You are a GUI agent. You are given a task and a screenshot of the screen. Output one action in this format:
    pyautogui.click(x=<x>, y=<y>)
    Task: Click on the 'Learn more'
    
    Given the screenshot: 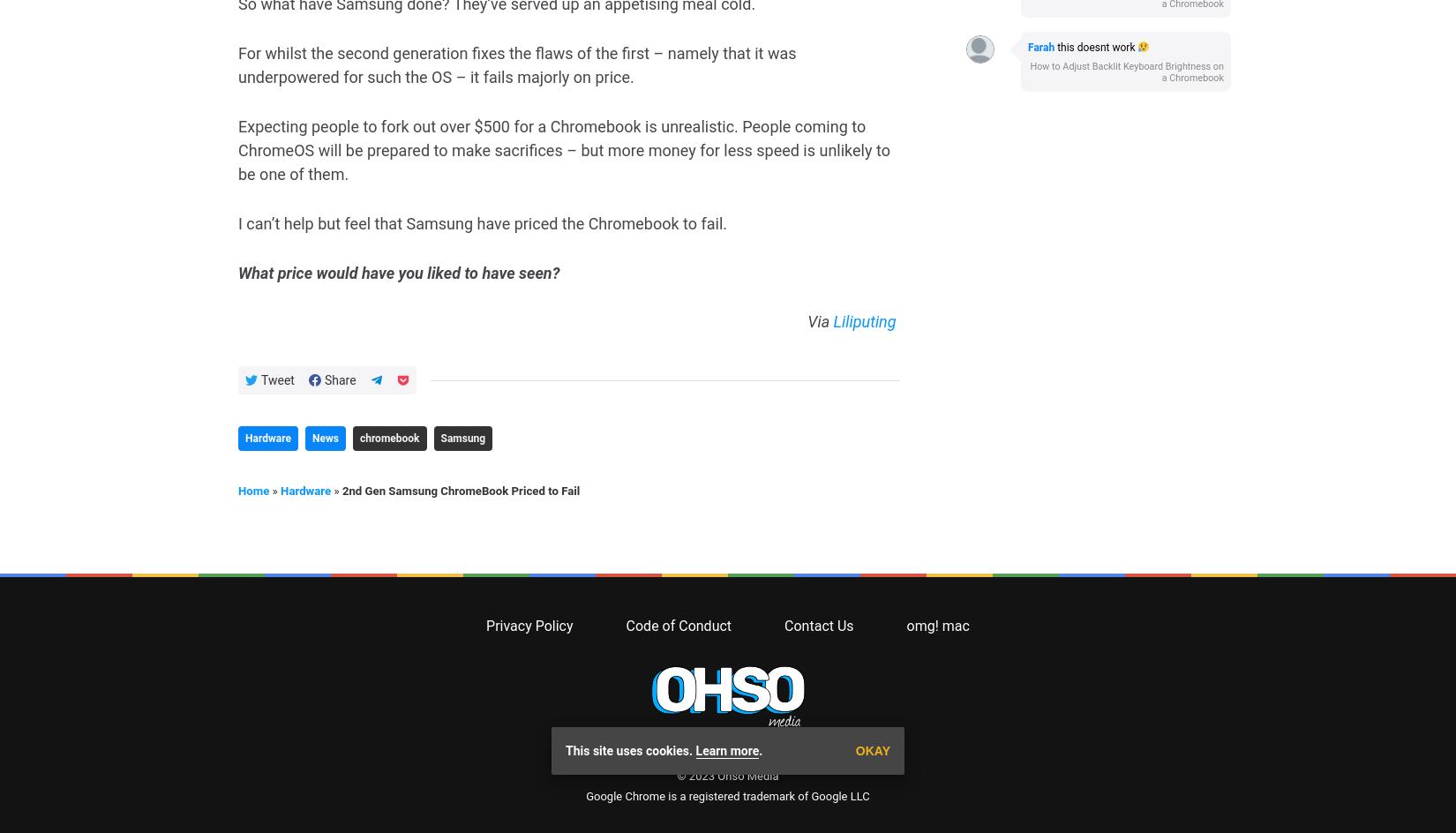 What is the action you would take?
    pyautogui.click(x=726, y=58)
    